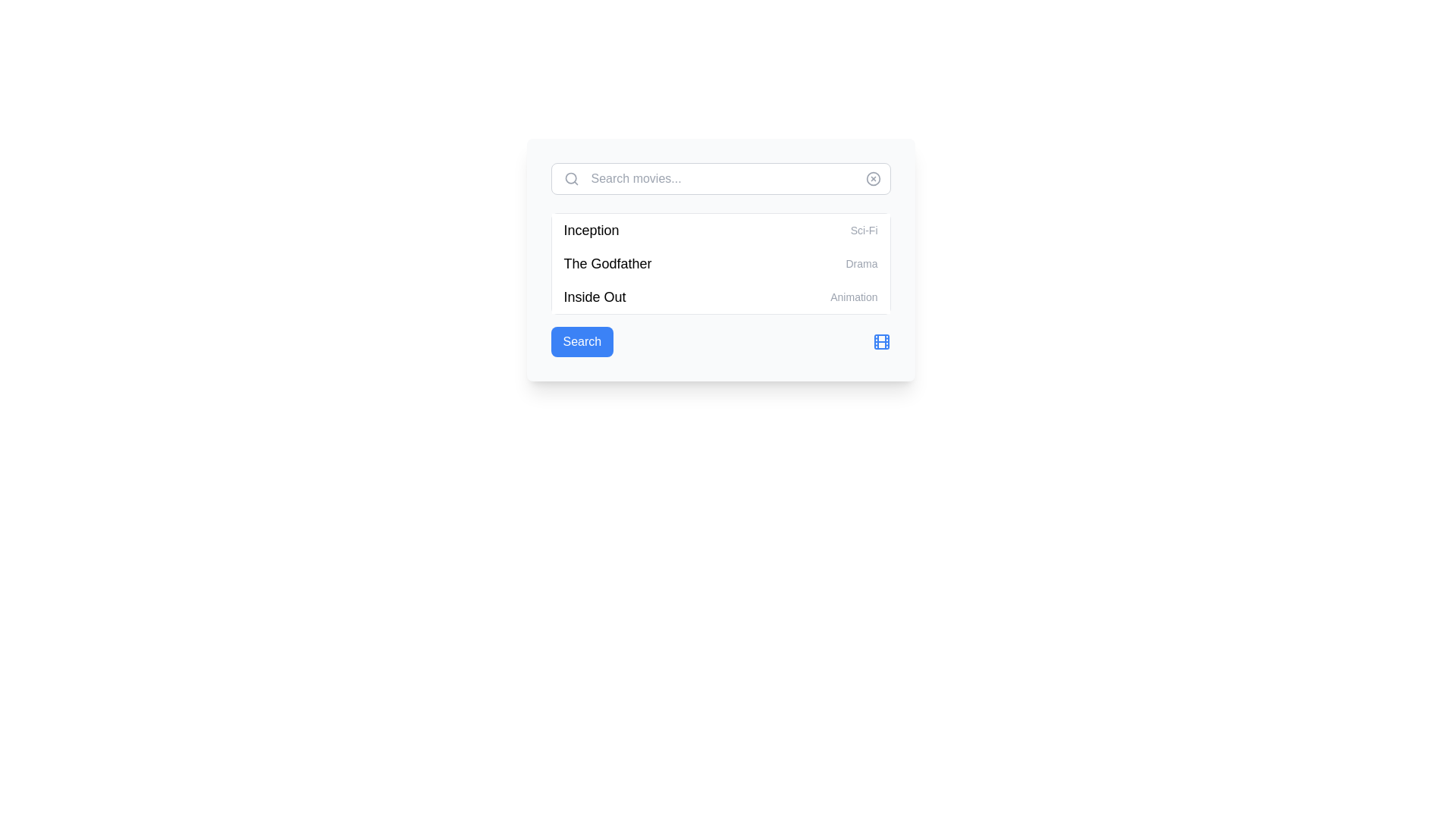 The image size is (1456, 819). What do you see at coordinates (854, 297) in the screenshot?
I see `the small light gray text label reading 'Animation' that is positioned to the right of the 'Inside Out' title in the movie options list` at bounding box center [854, 297].